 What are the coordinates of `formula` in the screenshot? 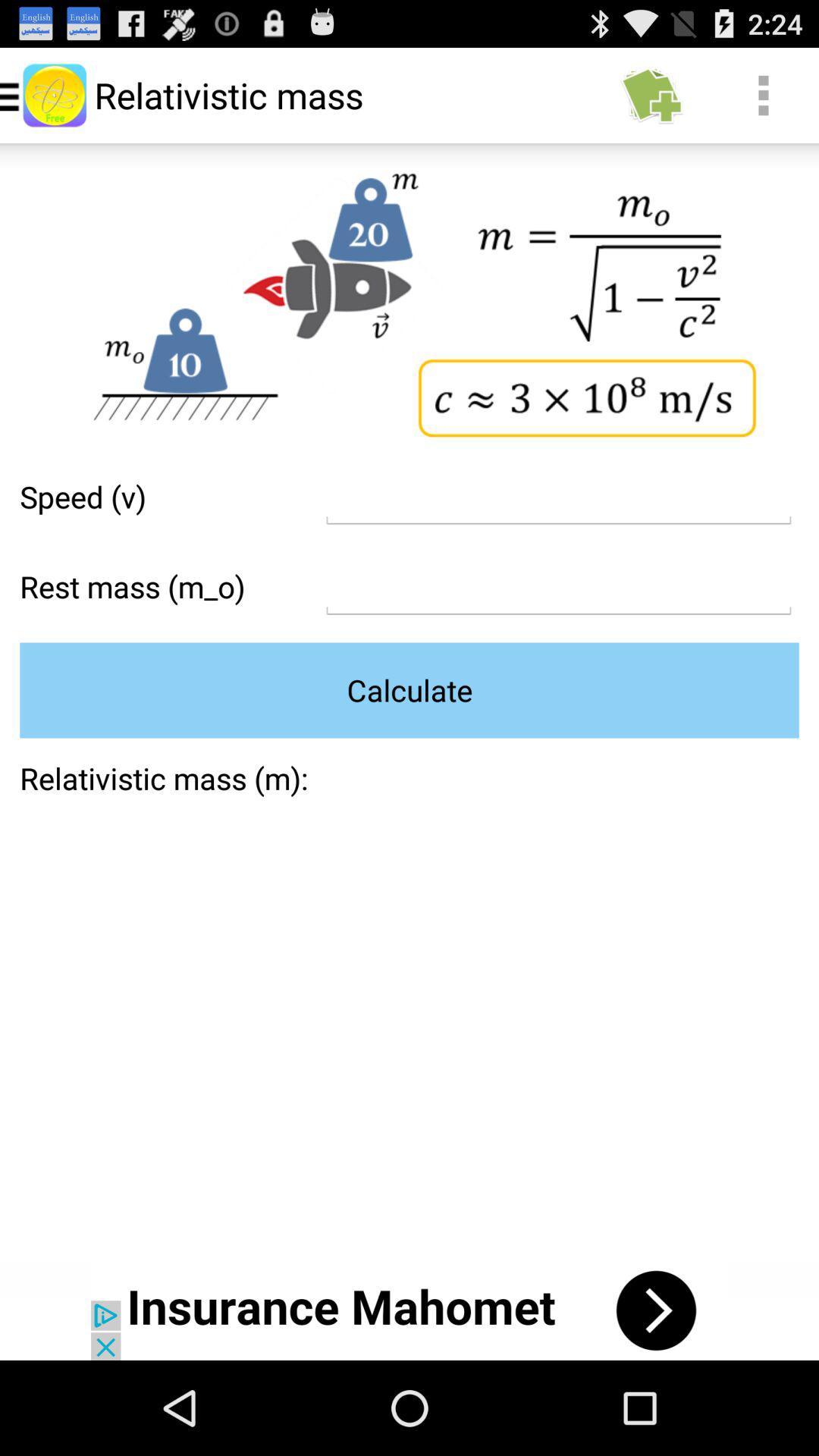 It's located at (558, 497).